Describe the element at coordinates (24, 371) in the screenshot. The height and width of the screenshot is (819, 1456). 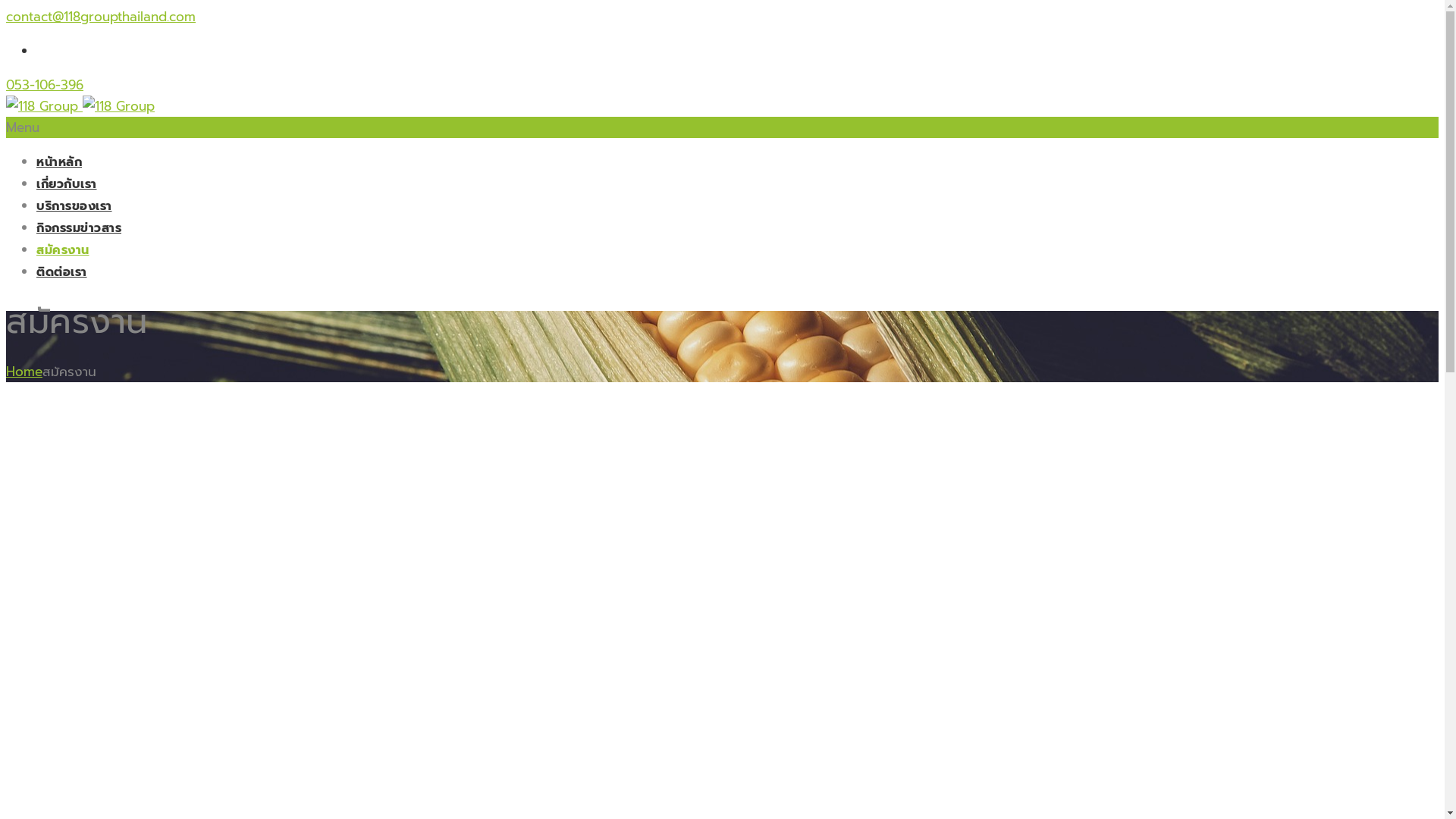
I see `'Home'` at that location.